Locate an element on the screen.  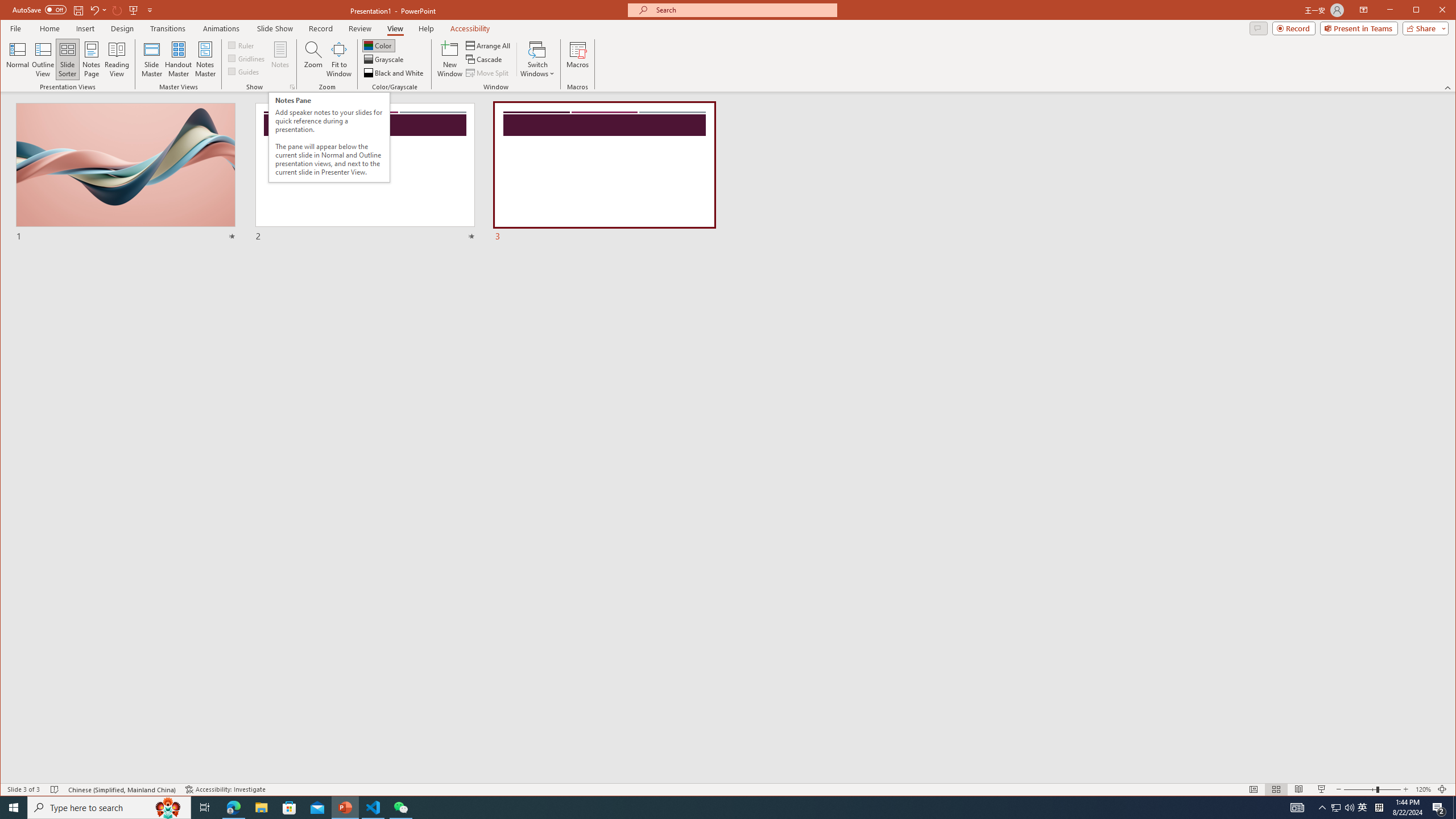
'Arrange All' is located at coordinates (489, 45).